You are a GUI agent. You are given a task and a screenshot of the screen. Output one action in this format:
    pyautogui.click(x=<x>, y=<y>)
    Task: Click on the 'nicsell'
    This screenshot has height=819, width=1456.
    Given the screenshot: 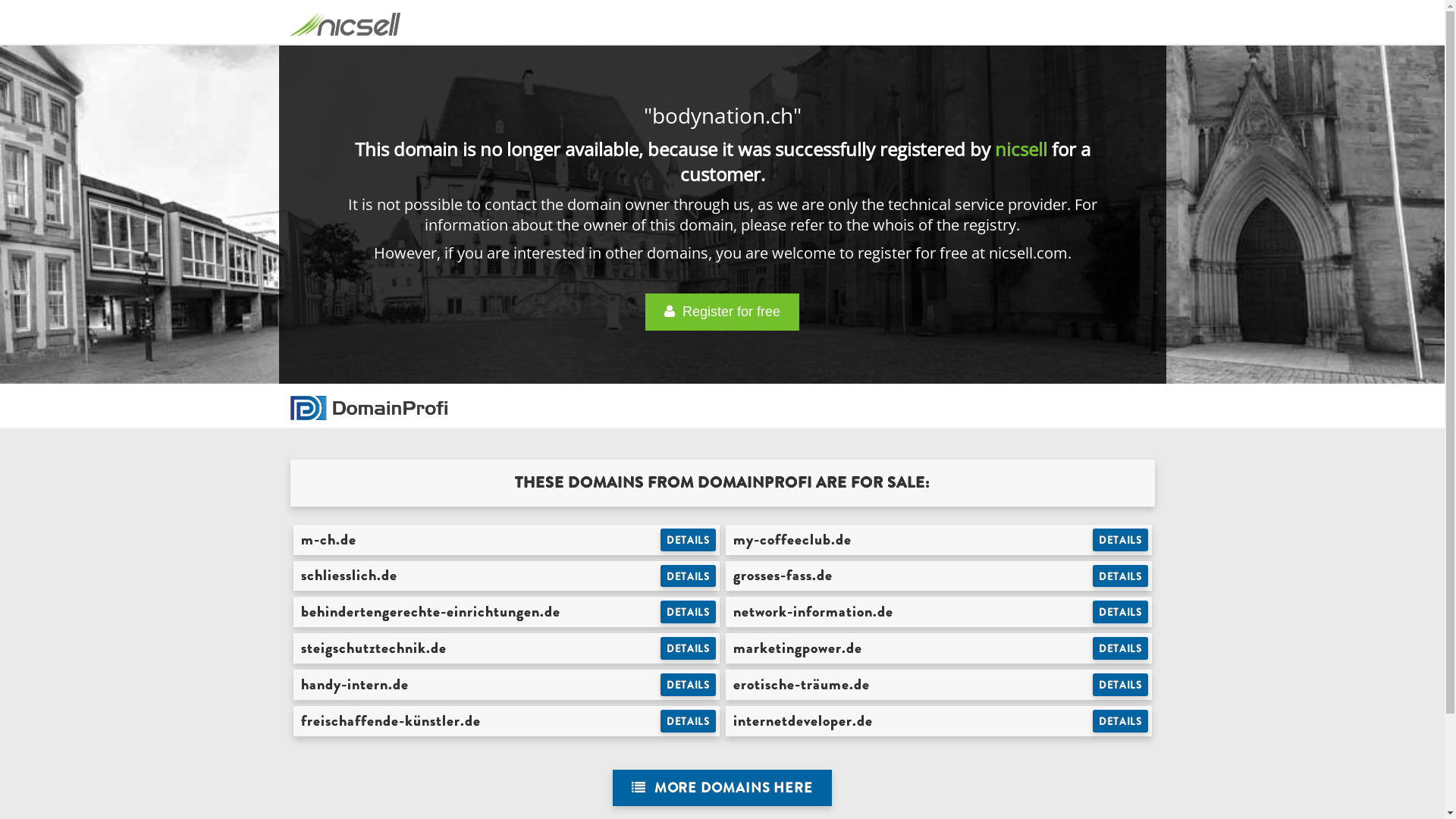 What is the action you would take?
    pyautogui.click(x=1021, y=149)
    